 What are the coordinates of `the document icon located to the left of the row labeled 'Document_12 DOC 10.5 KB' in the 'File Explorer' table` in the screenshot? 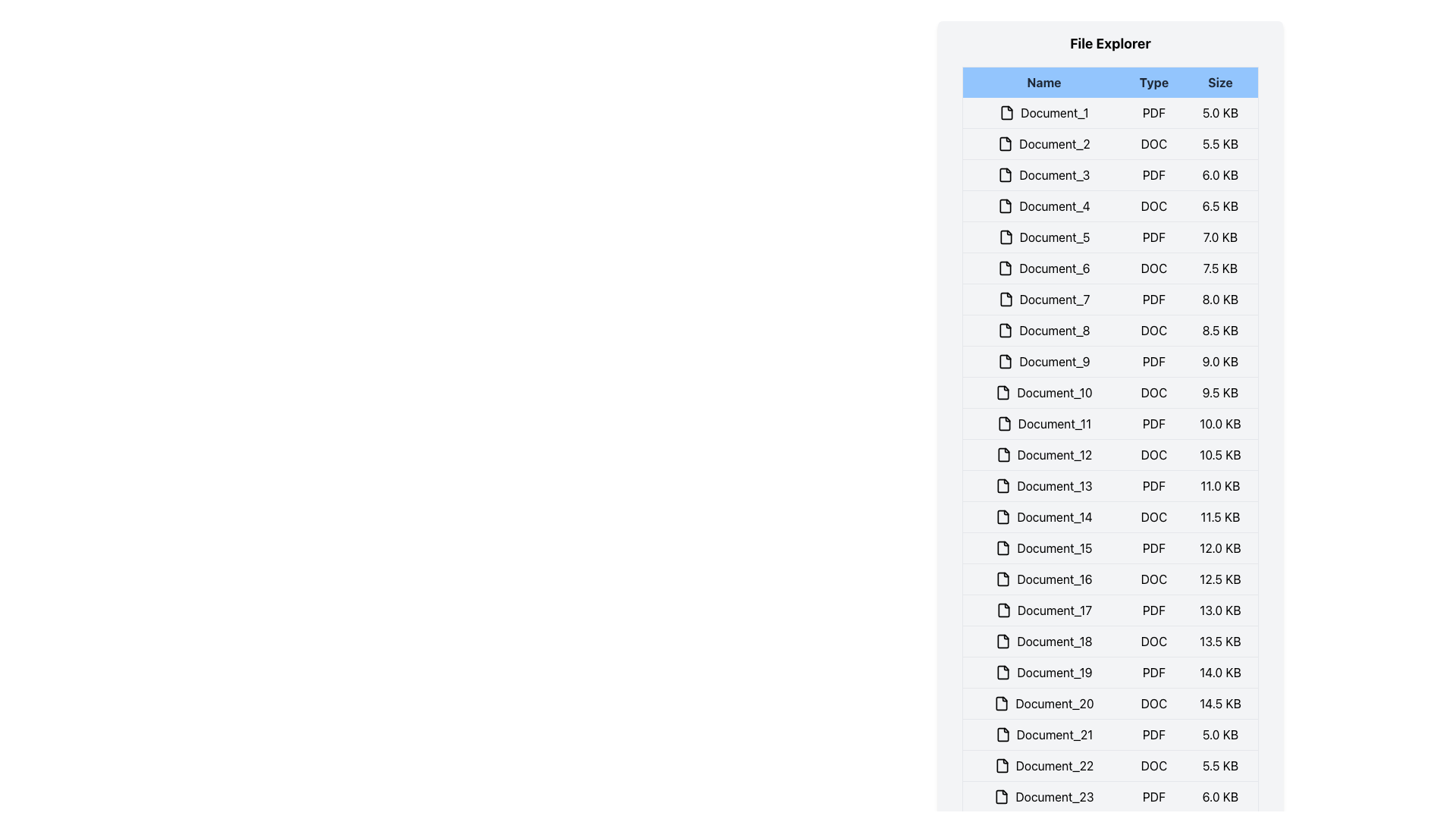 It's located at (1003, 454).